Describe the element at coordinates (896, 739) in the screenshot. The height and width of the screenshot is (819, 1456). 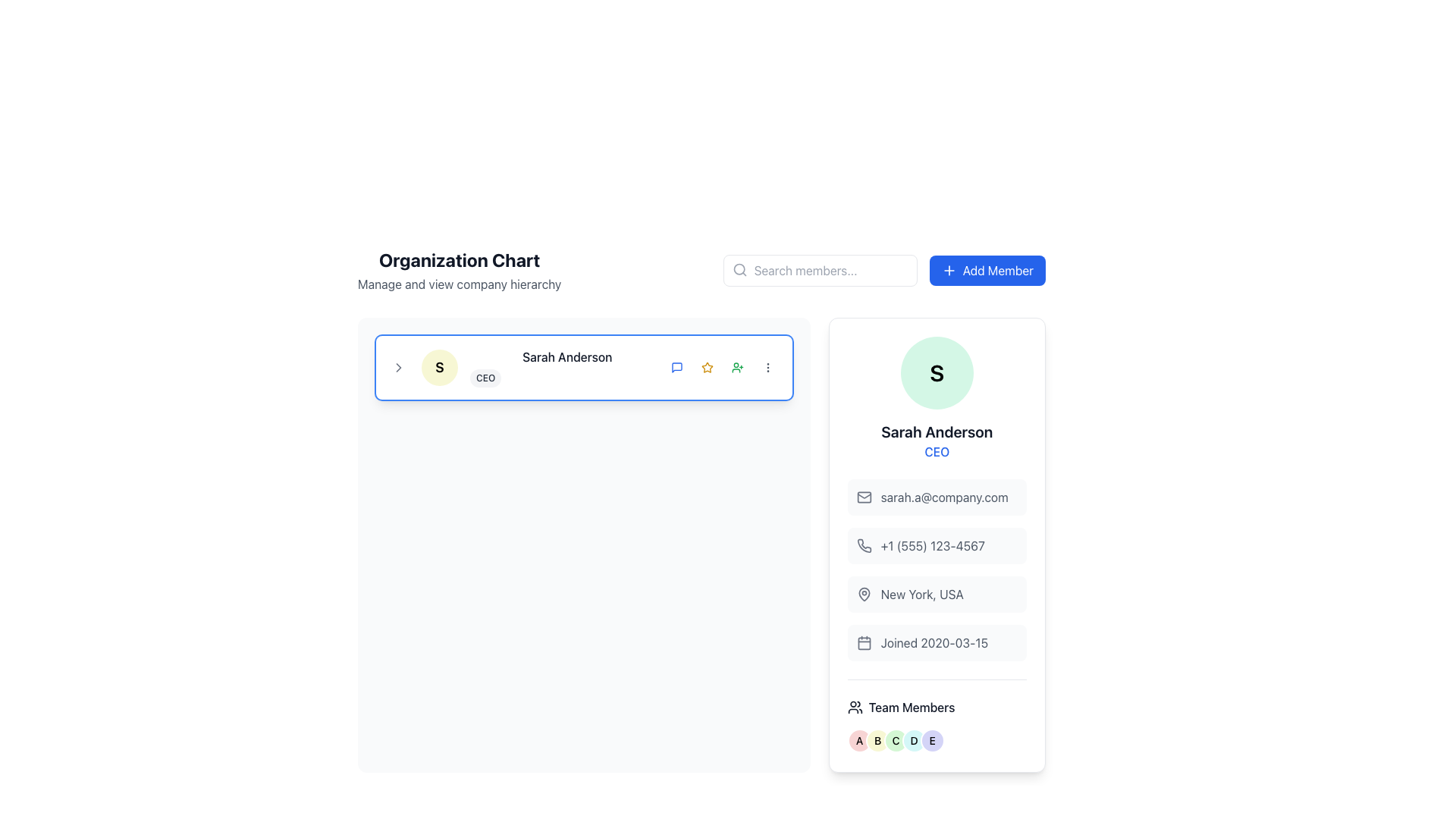
I see `the label or indicator component representing team member 'C', which is the third circular indicator in a horizontal sequence of indicators labeled 'A', 'B', 'C', 'D', and 'E', located within the 'Team Members' section of the user profile` at that location.